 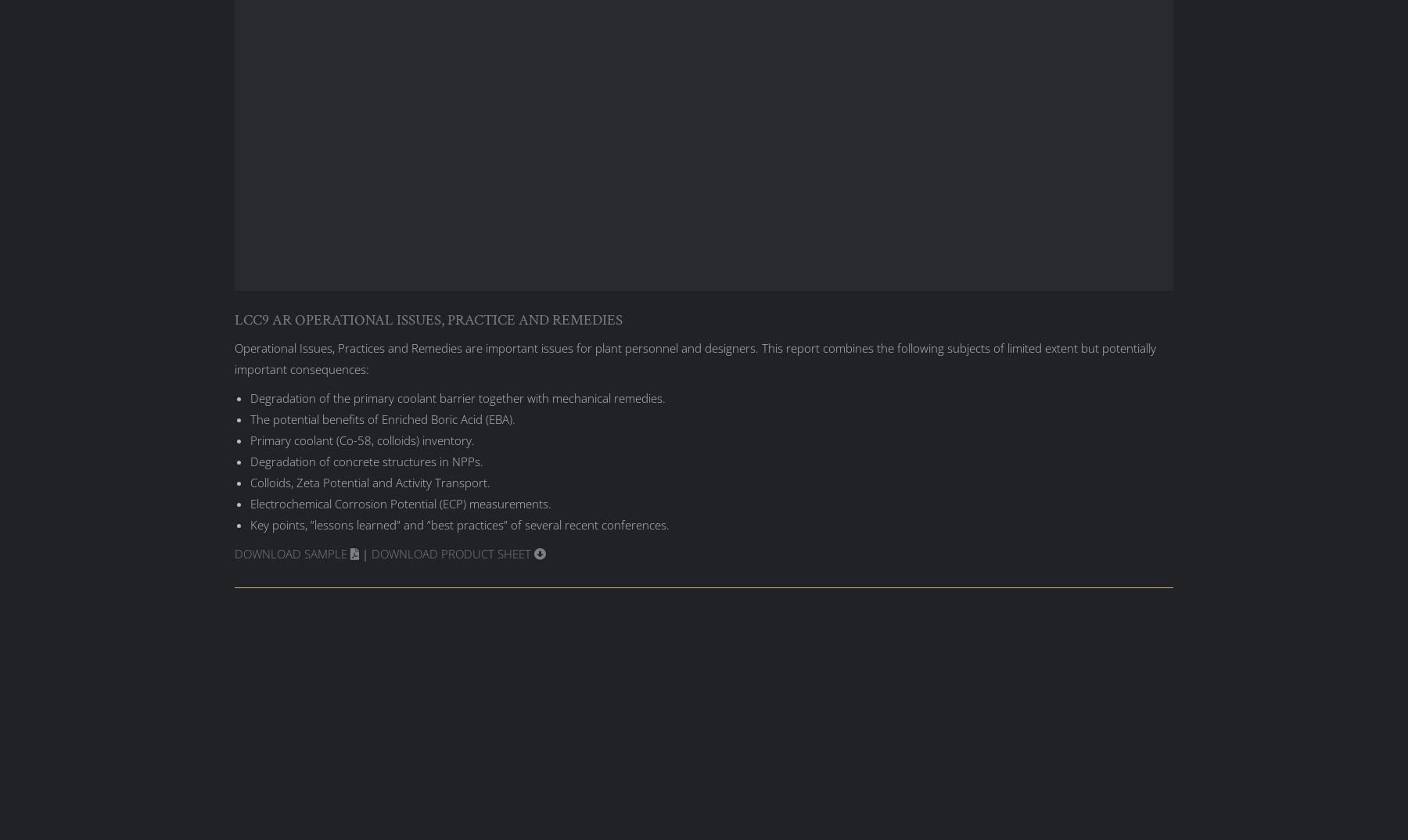 I want to click on 'DOWNLOAD SAMPLE', so click(x=234, y=553).